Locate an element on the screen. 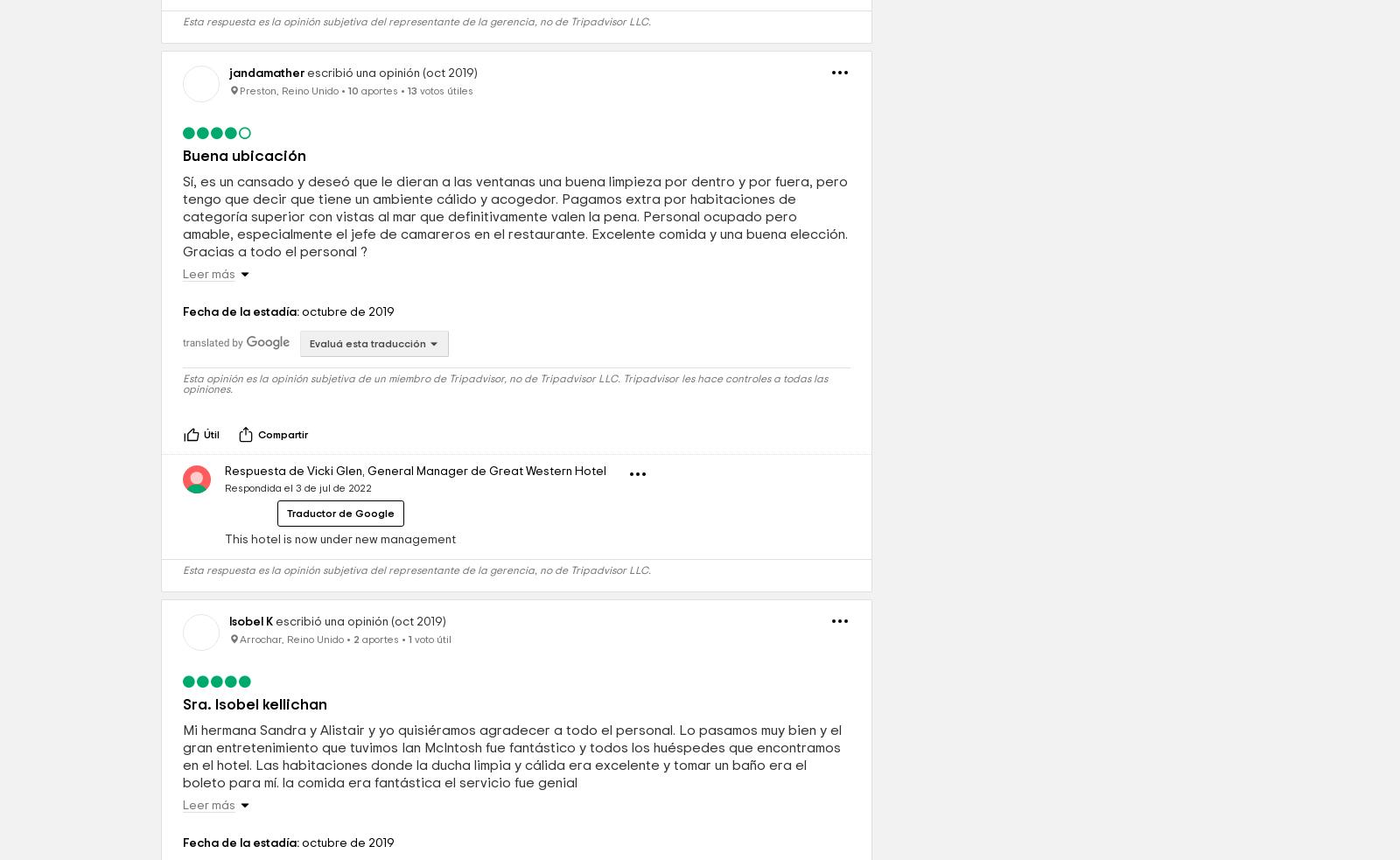 Image resolution: width=1400 pixels, height=860 pixels. '2' is located at coordinates (355, 760).